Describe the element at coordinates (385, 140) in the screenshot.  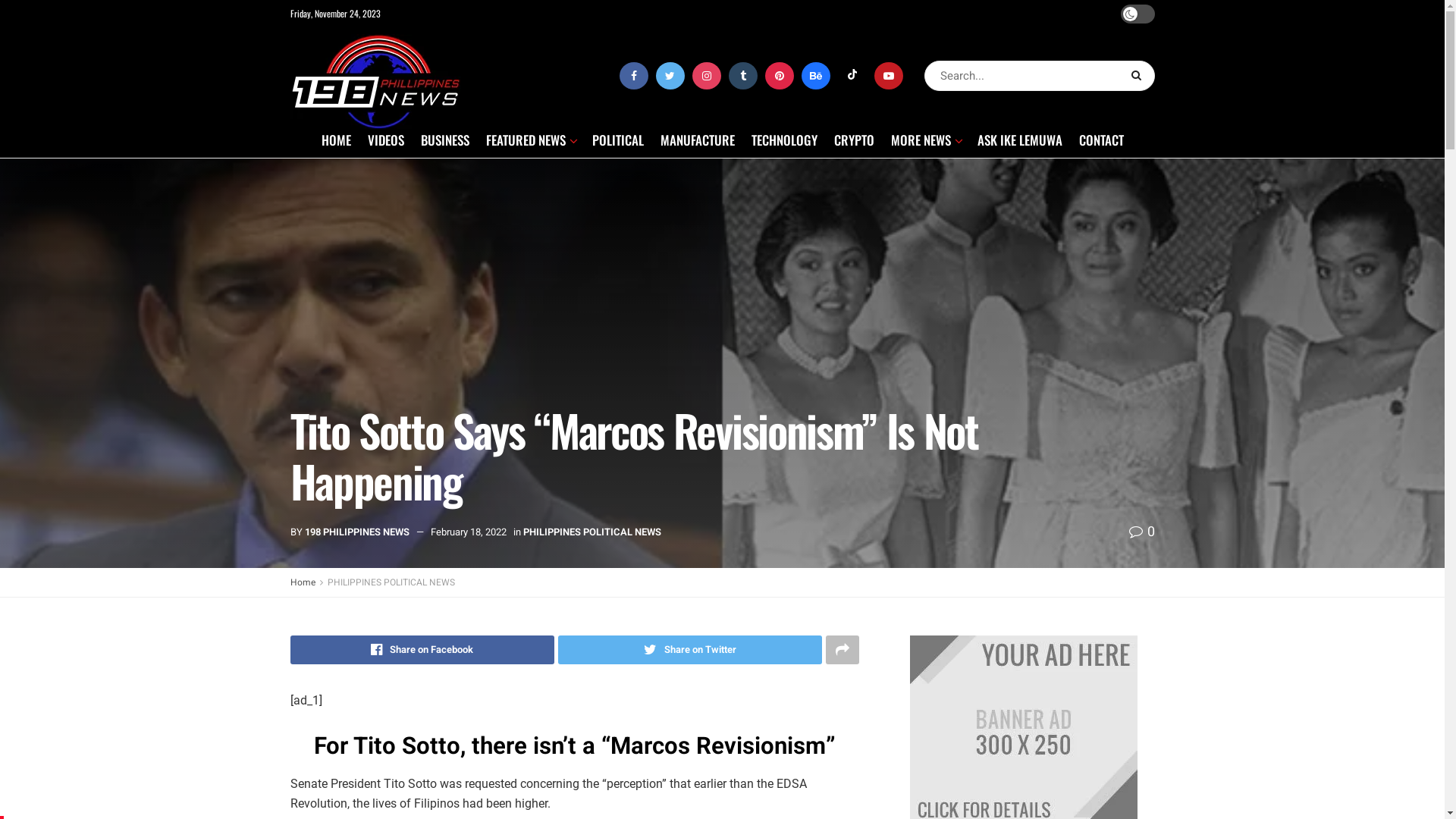
I see `'VIDEOS'` at that location.